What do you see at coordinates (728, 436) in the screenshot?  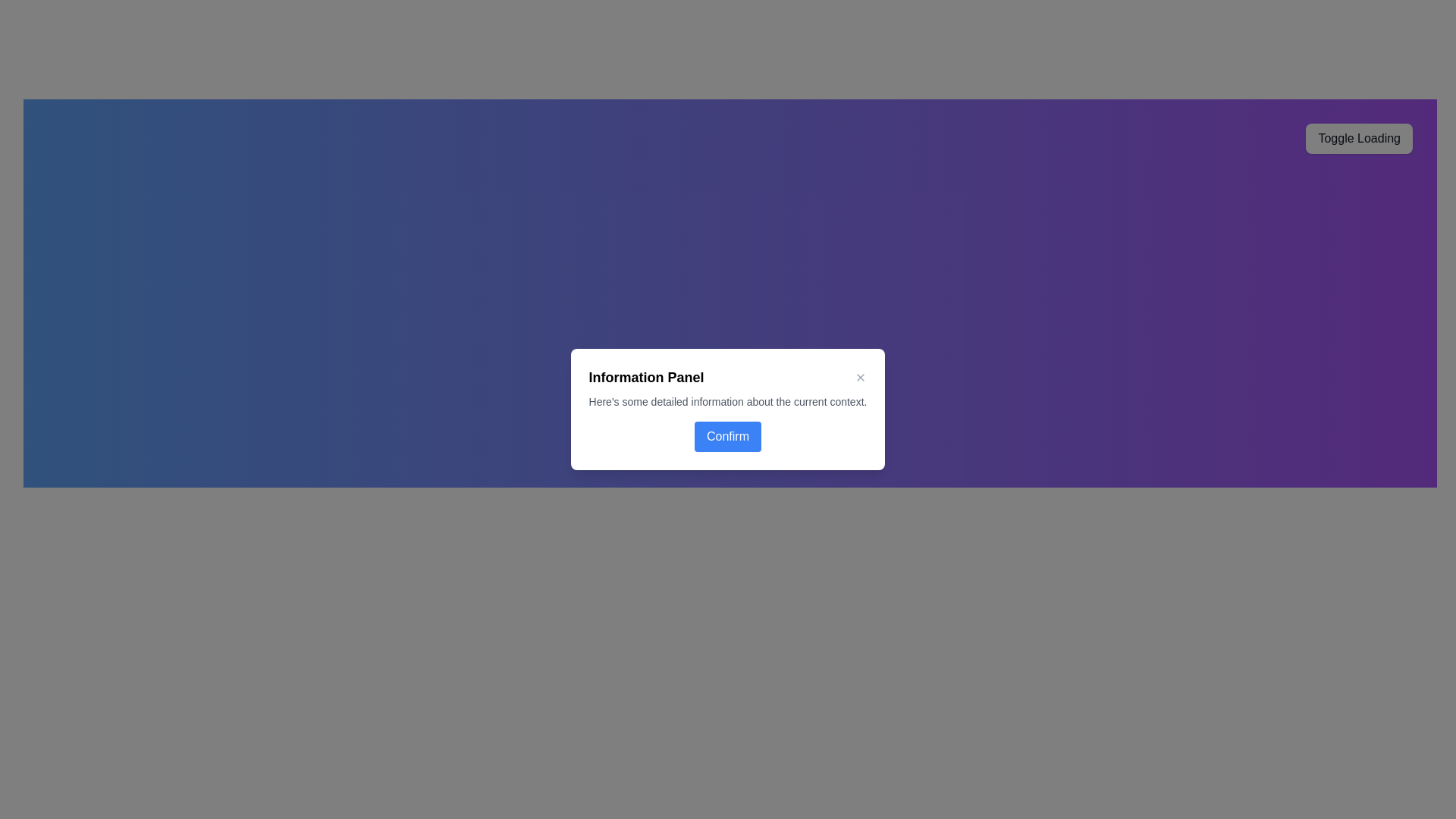 I see `the confirmation button located at the bottom of the white dialog box titled 'Information Panel'` at bounding box center [728, 436].